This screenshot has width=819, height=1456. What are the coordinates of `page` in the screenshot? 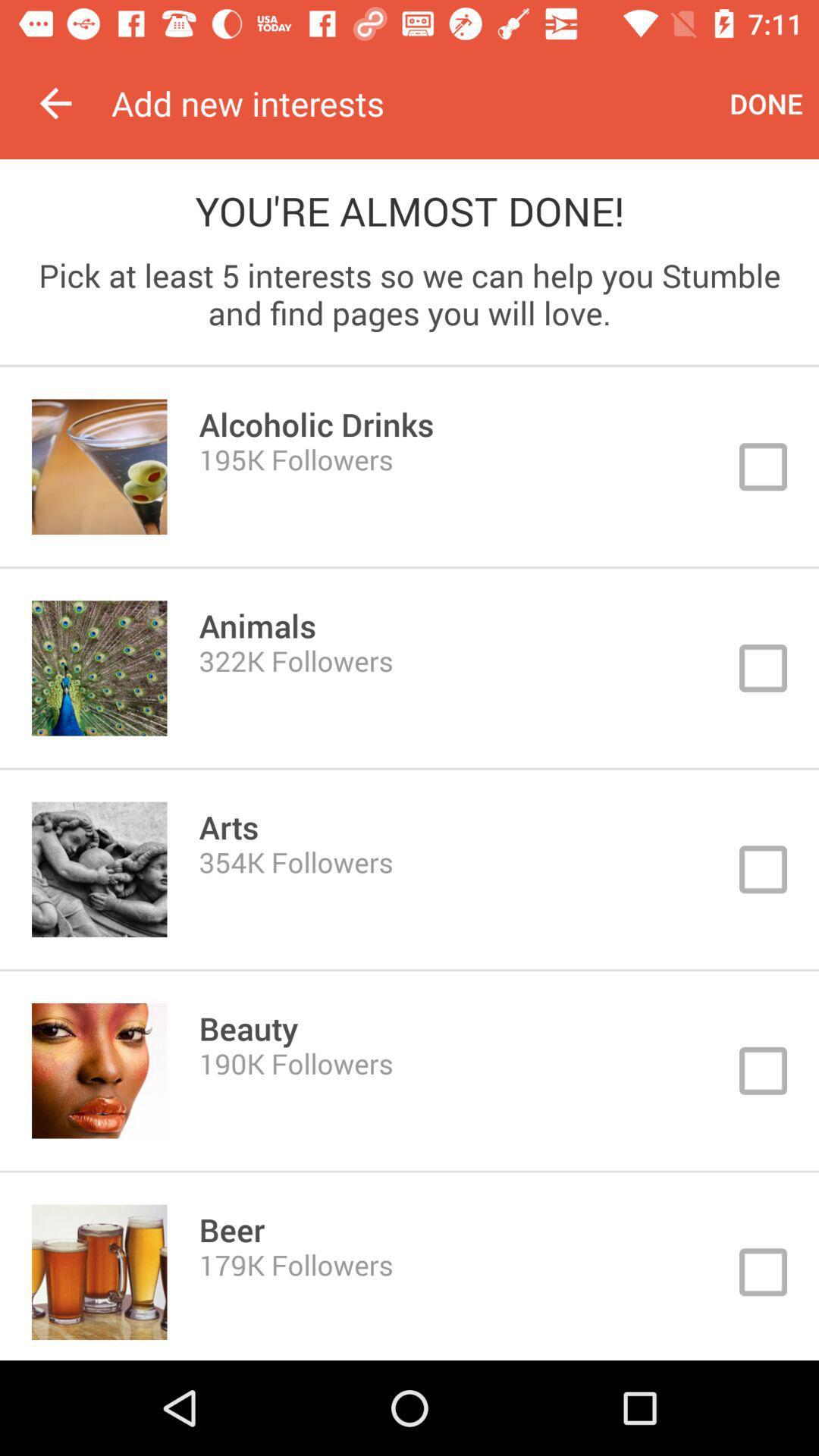 It's located at (409, 667).